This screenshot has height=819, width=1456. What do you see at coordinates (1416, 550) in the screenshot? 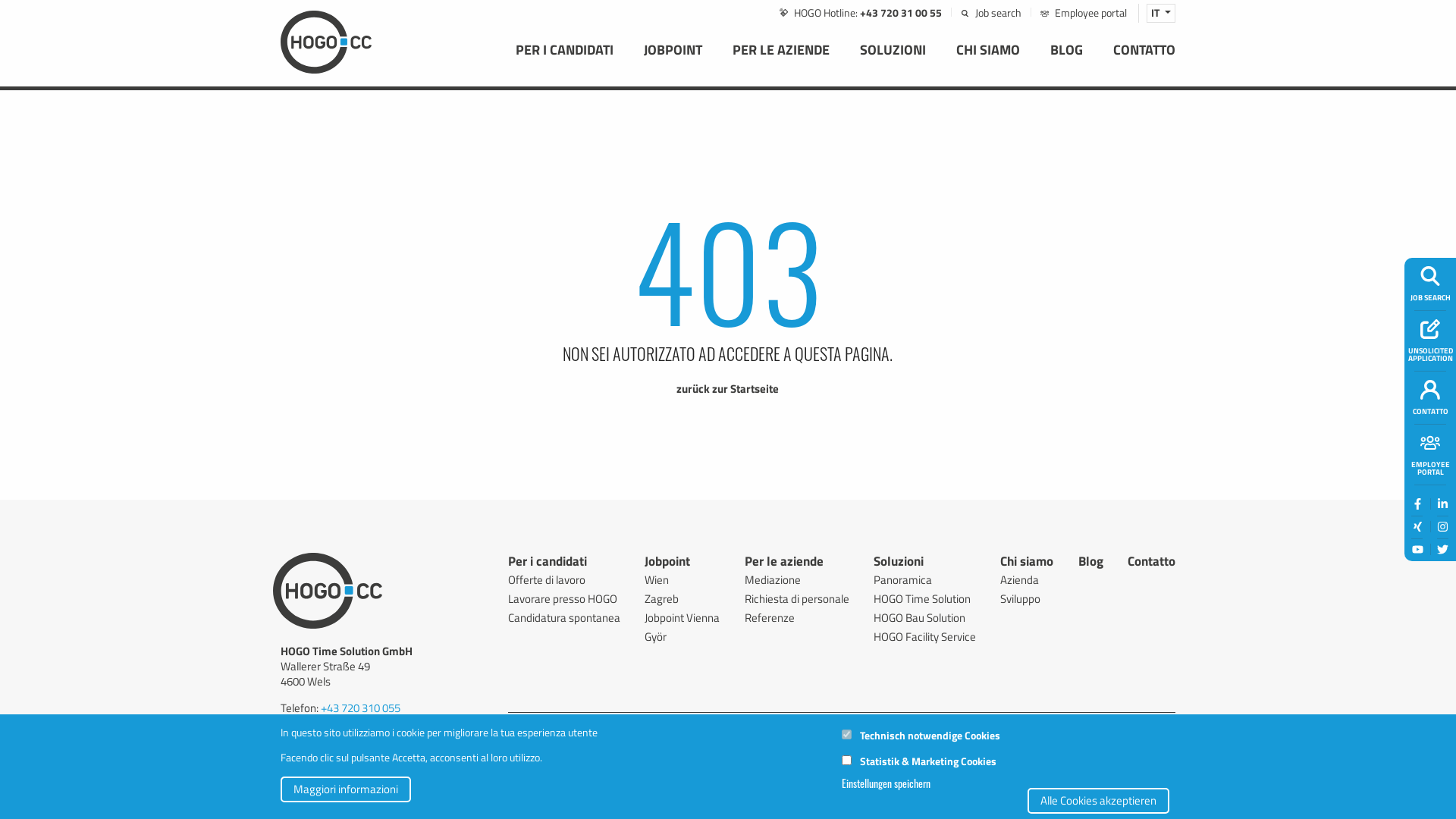
I see `'Follow us on YouTube'` at bounding box center [1416, 550].